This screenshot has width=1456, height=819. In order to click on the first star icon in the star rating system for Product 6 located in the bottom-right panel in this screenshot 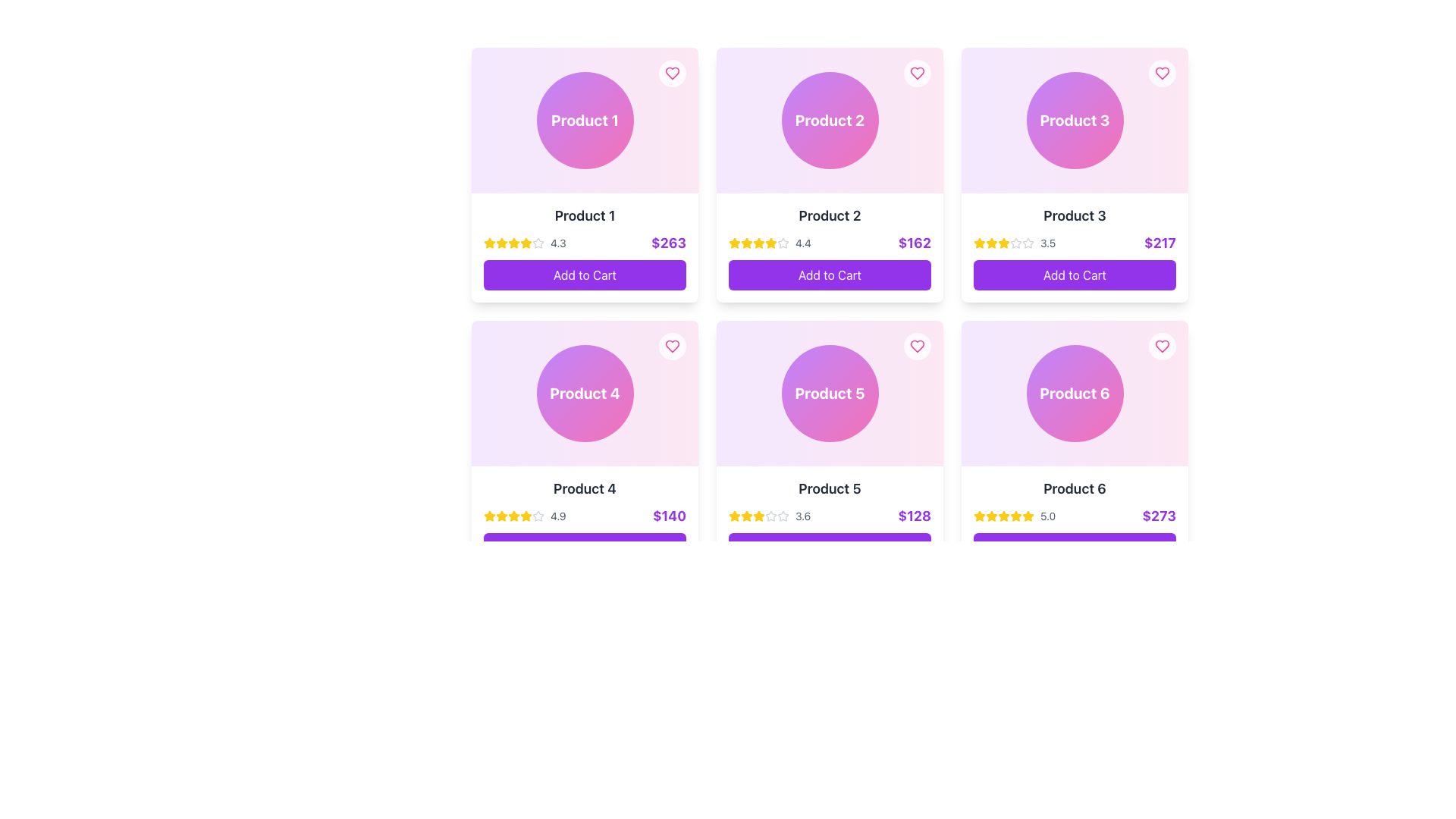, I will do `click(1015, 515)`.